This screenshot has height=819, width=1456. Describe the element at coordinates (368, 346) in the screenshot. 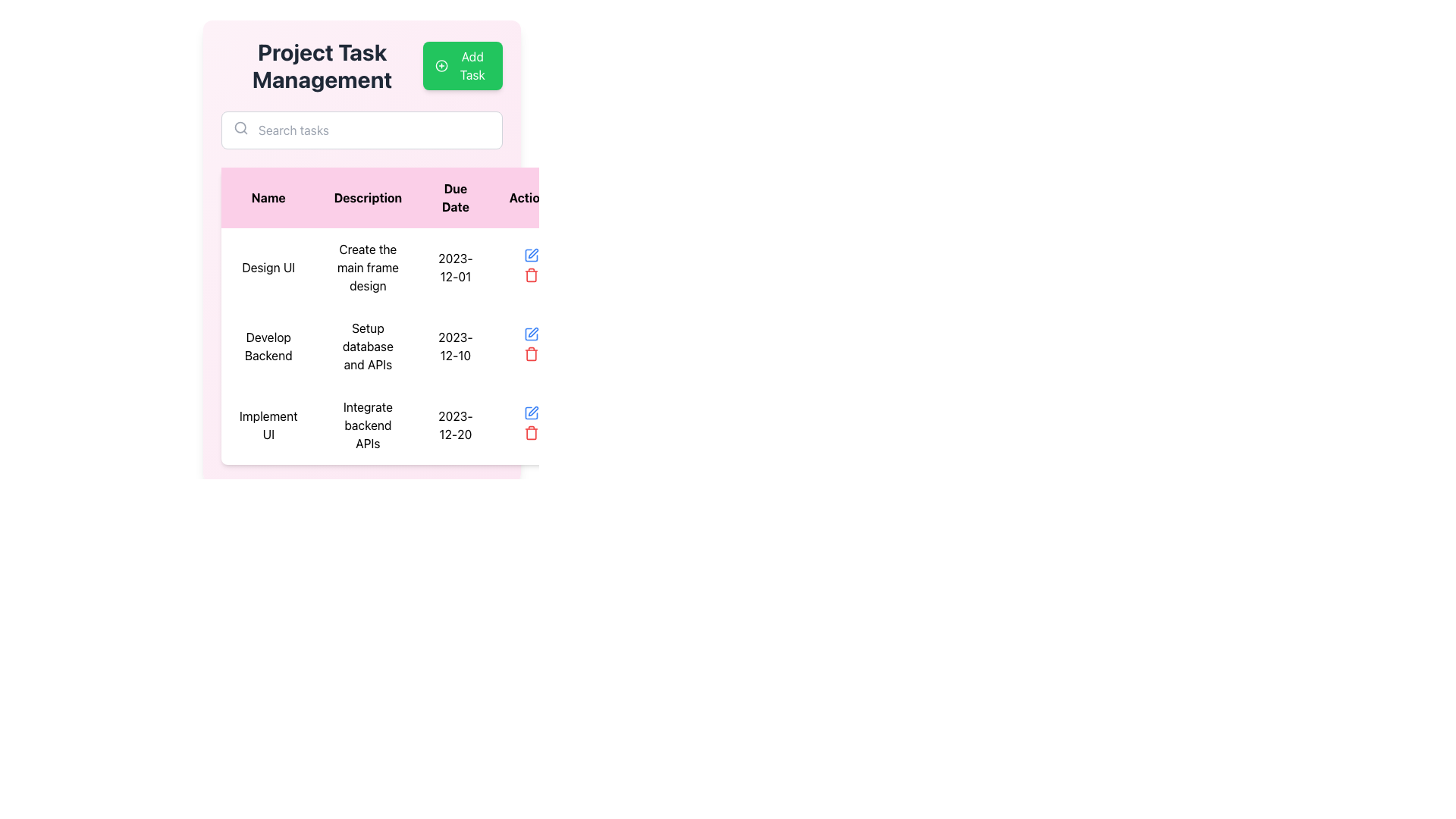

I see `the Text Label containing the text 'Setup database and APIs', which is styled with center alignment and located within the pinkish table under the 'Description' column` at that location.